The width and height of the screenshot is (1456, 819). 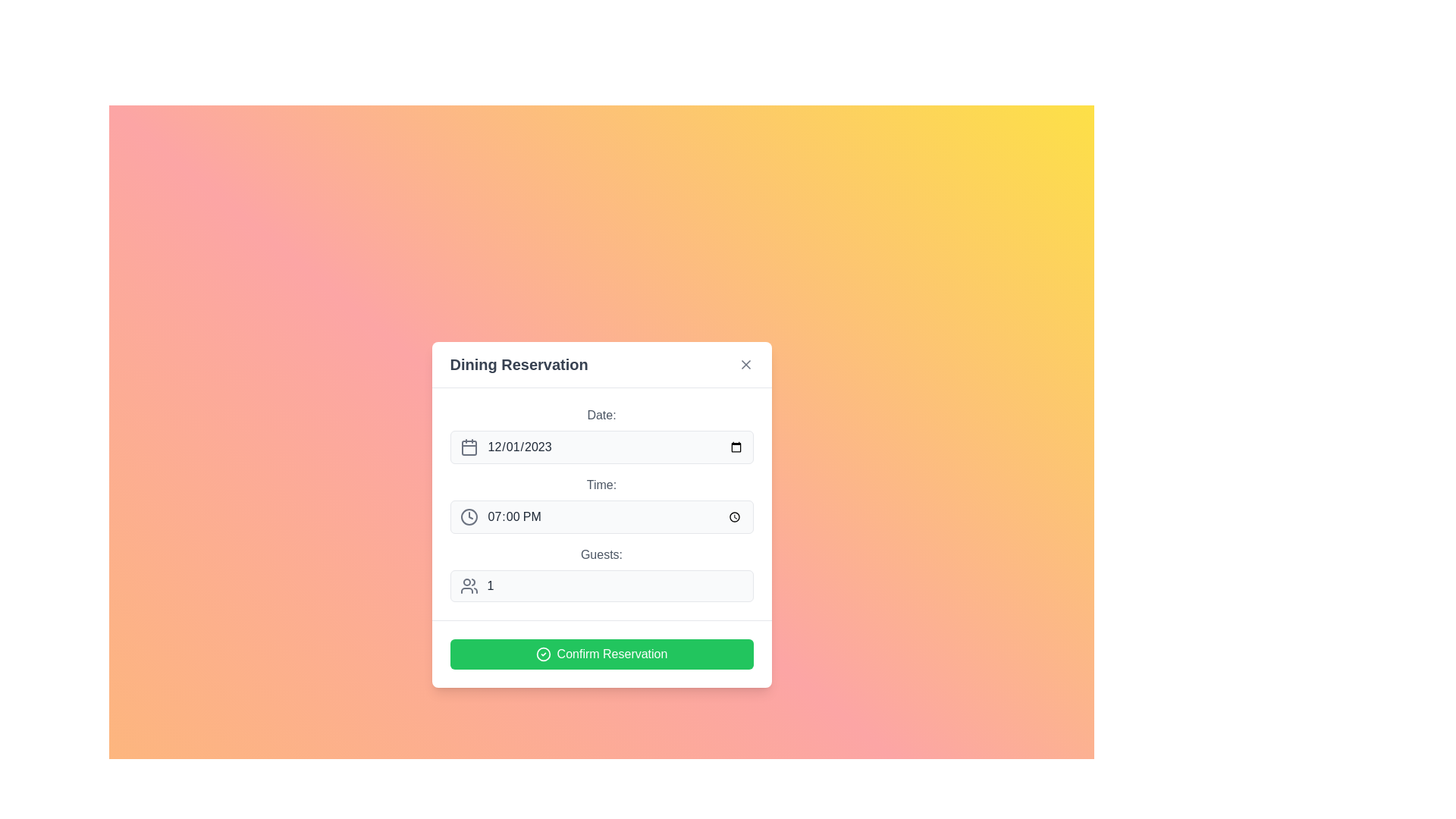 I want to click on the Date picker input field for selecting a reservation date, so click(x=601, y=435).